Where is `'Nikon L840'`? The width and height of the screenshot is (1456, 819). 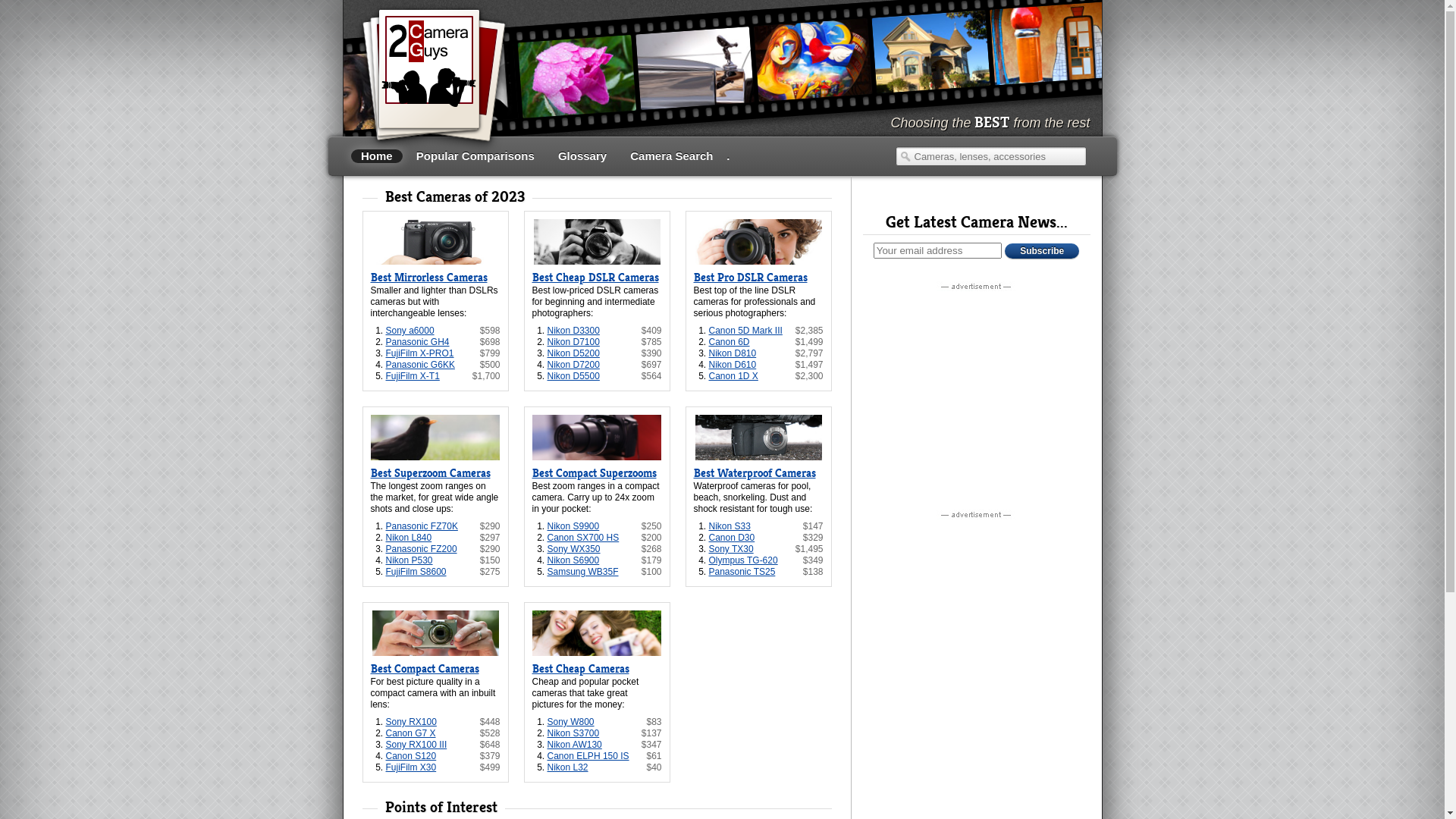
'Nikon L840' is located at coordinates (408, 537).